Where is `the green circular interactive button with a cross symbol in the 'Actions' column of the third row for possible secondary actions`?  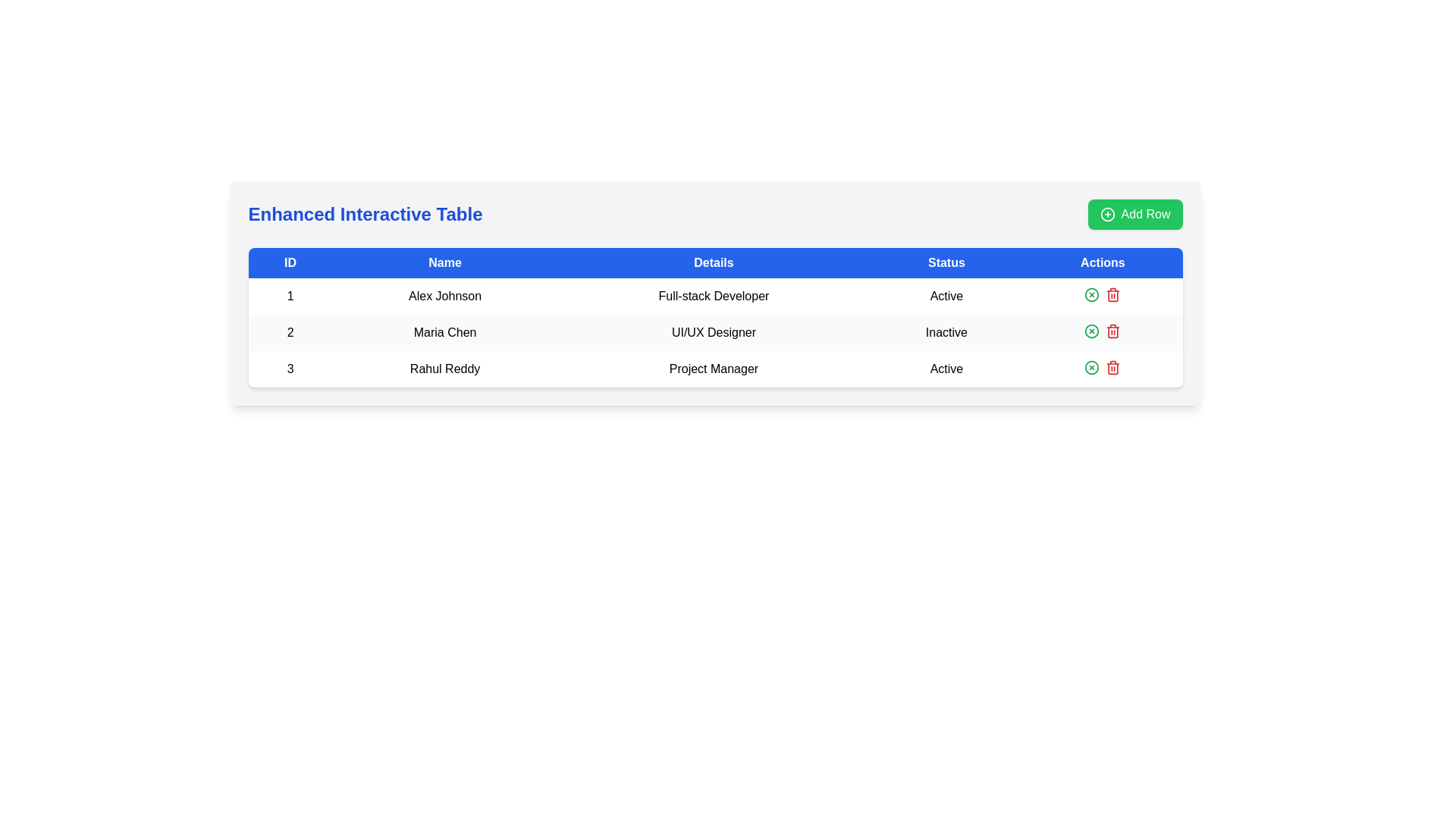
the green circular interactive button with a cross symbol in the 'Actions' column of the third row for possible secondary actions is located at coordinates (1092, 368).